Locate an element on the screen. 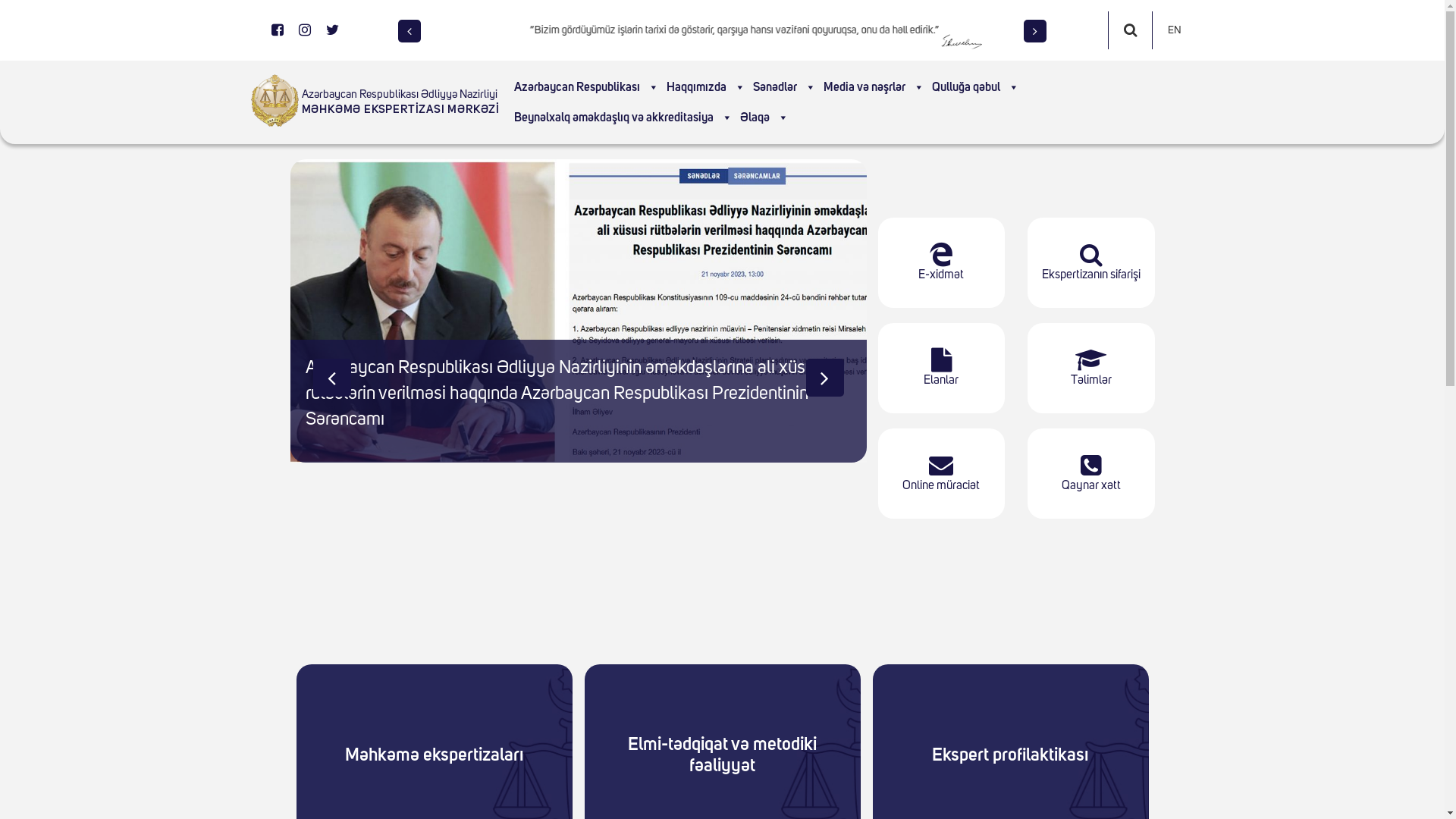 Image resolution: width=1456 pixels, height=819 pixels. 'EN' is located at coordinates (1167, 30).